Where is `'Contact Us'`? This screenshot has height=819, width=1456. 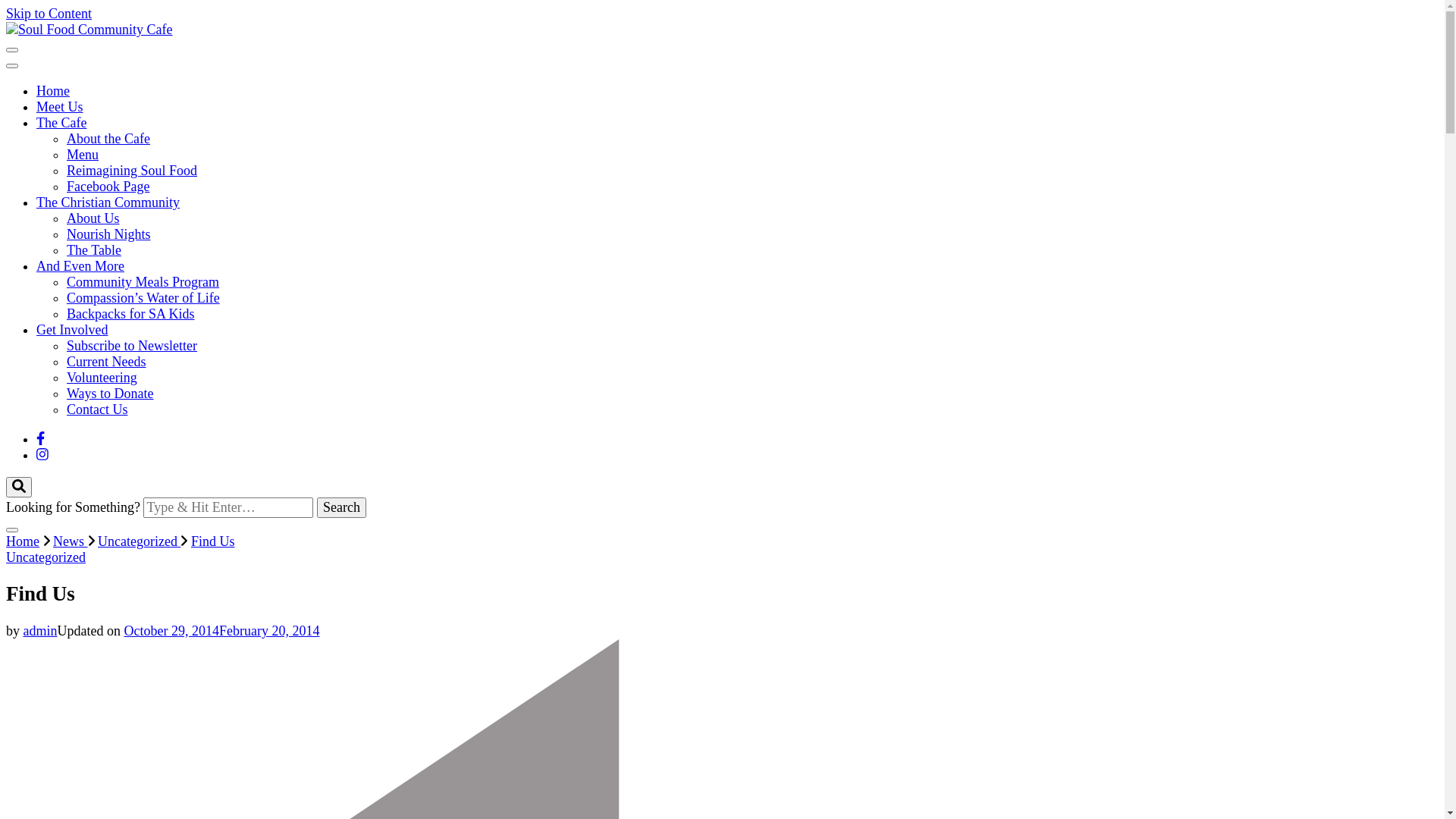
'Contact Us' is located at coordinates (96, 409).